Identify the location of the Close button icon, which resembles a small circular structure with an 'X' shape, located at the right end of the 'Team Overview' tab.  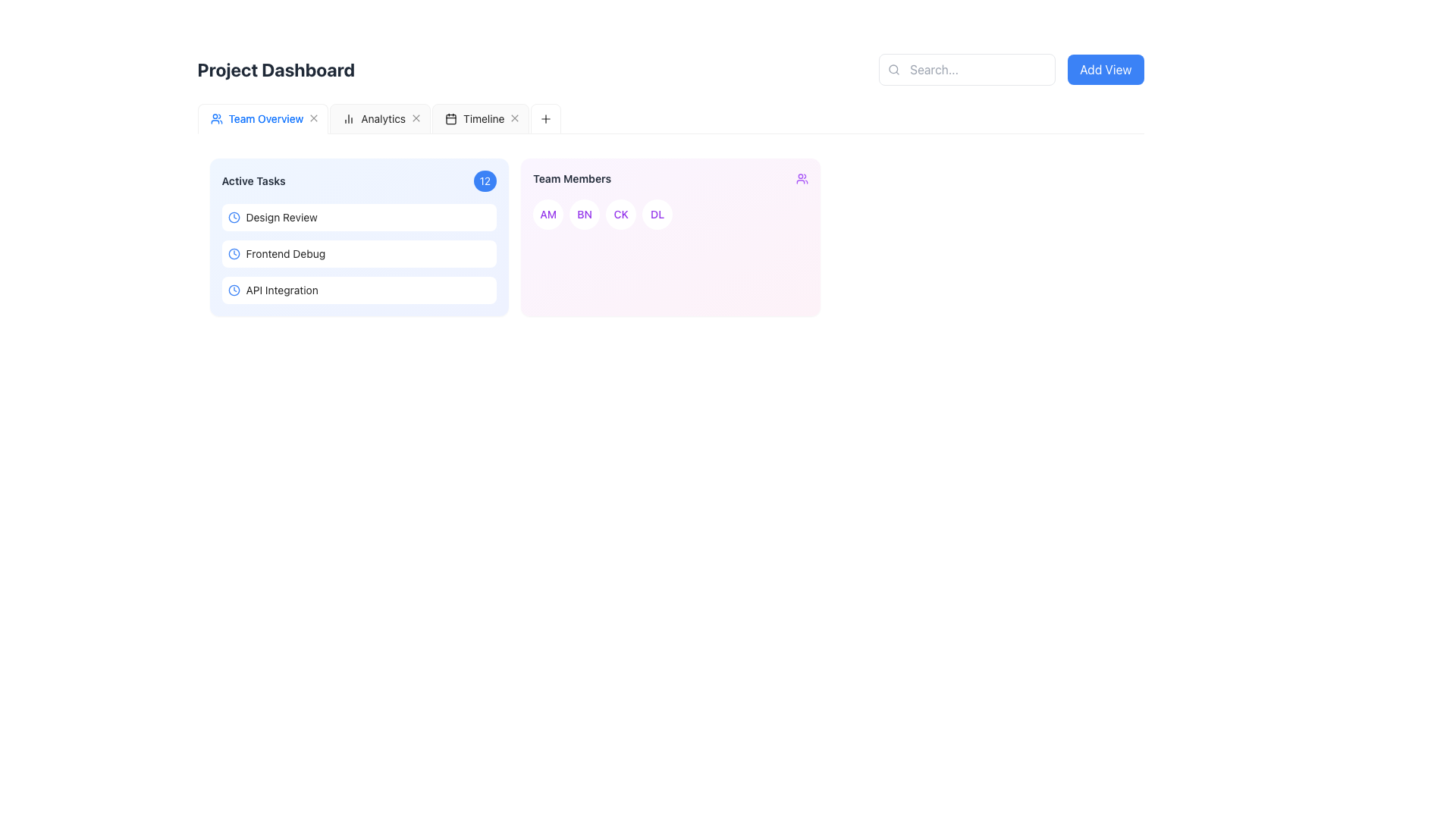
(313, 118).